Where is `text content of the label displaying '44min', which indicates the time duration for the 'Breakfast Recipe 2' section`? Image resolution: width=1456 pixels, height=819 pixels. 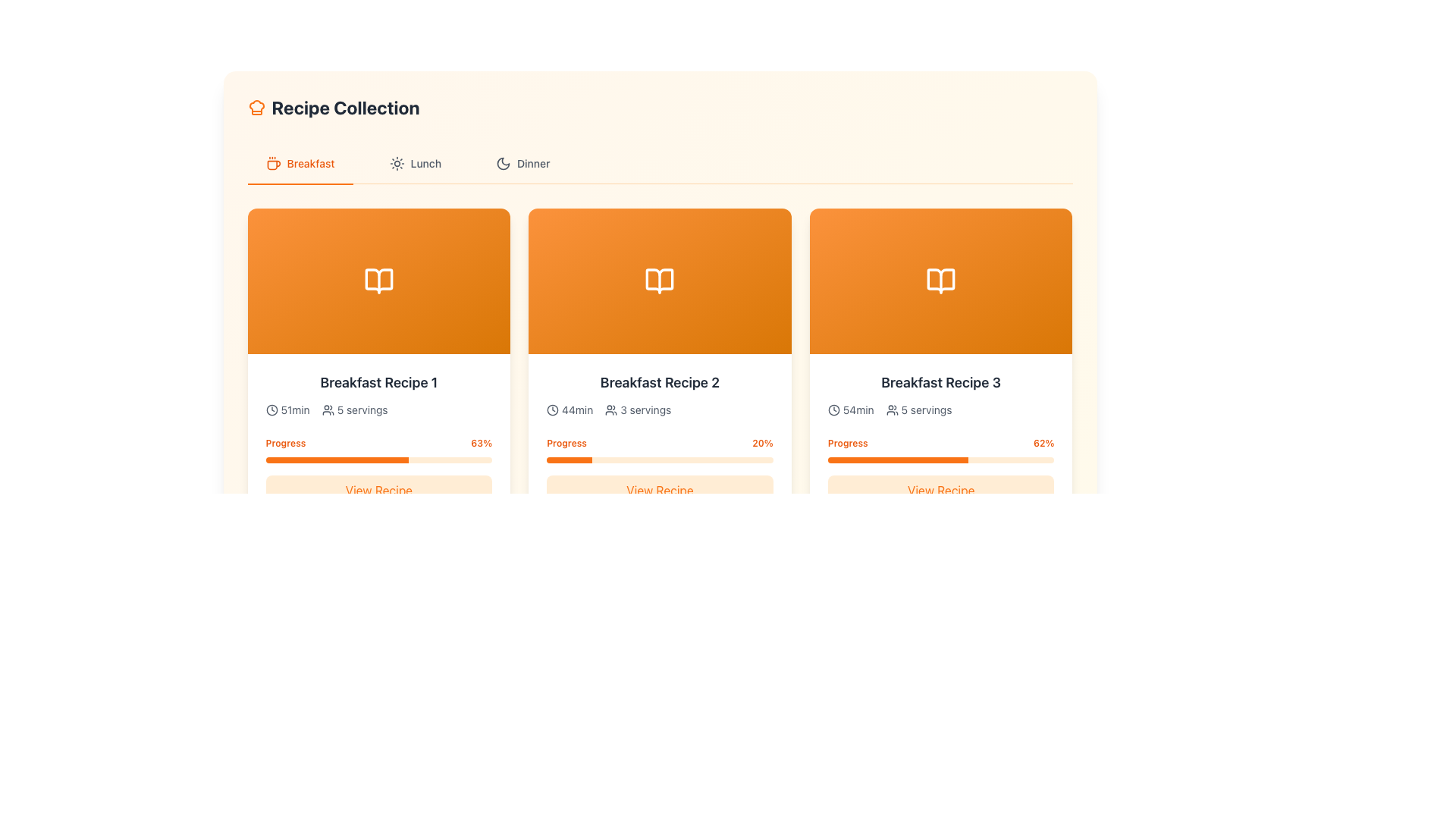 text content of the label displaying '44min', which indicates the time duration for the 'Breakfast Recipe 2' section is located at coordinates (576, 409).